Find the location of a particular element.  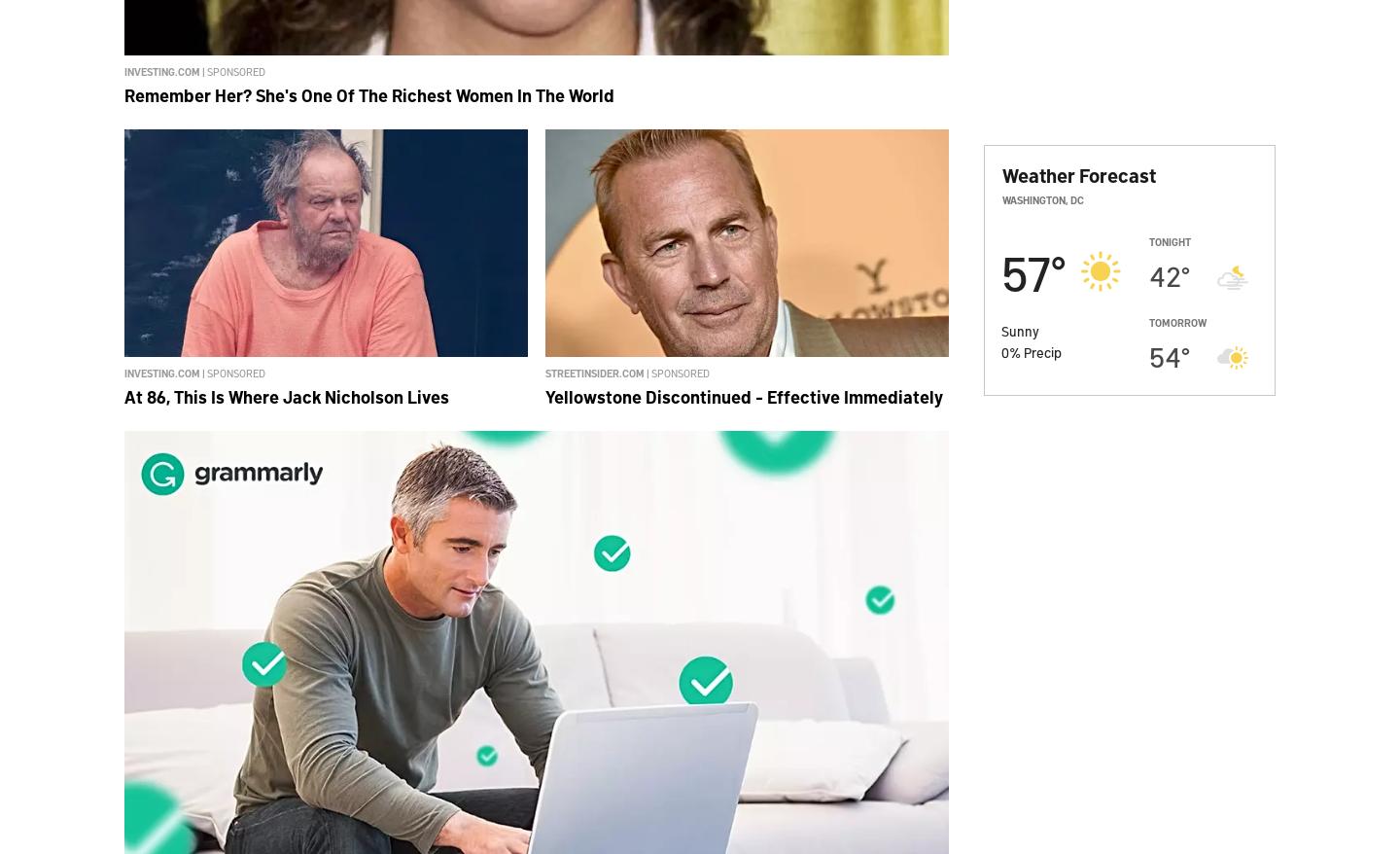

'0' is located at coordinates (1005, 350).